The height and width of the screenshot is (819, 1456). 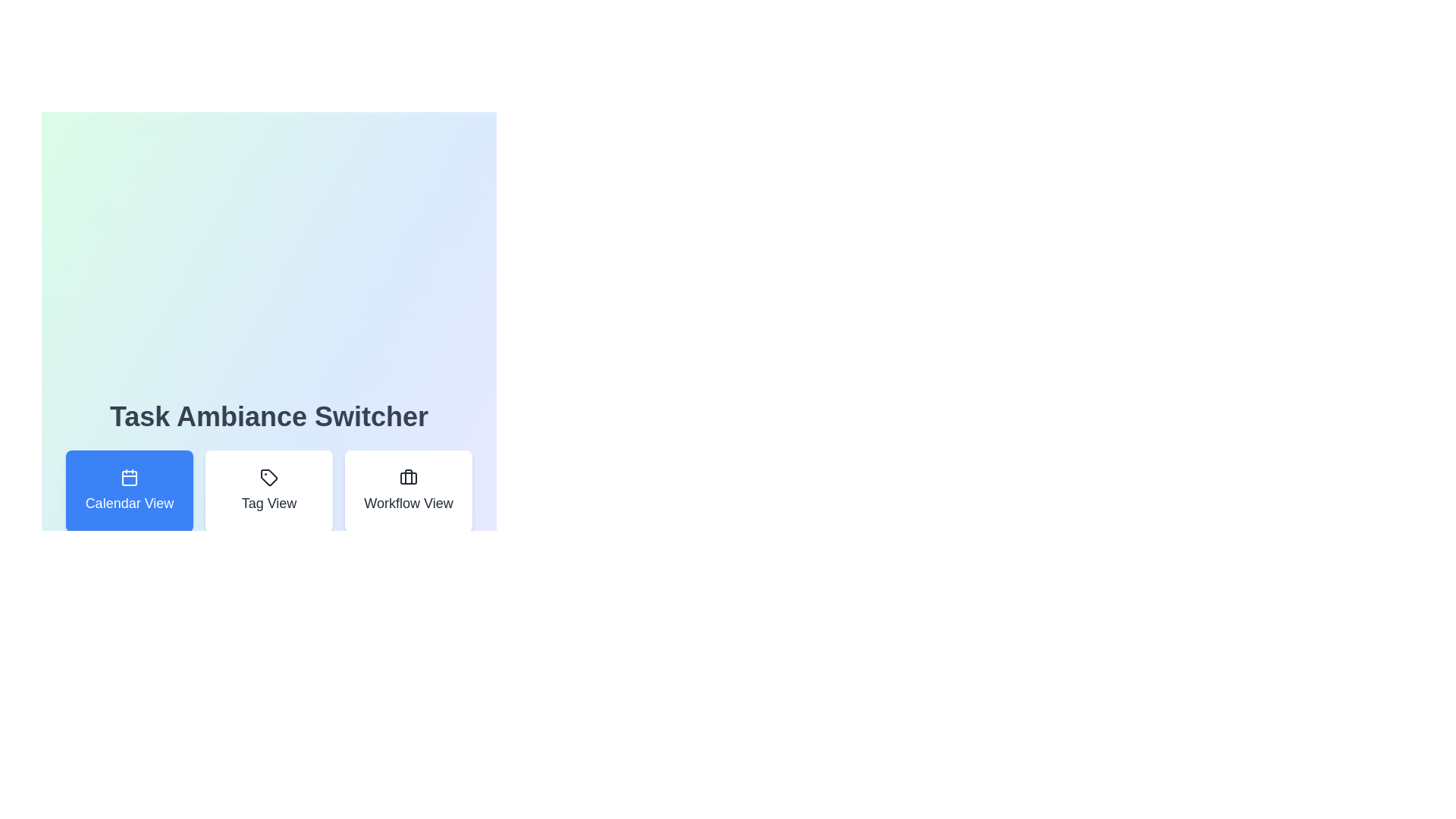 What do you see at coordinates (130, 503) in the screenshot?
I see `the 'Calendar View' text label, which is bold and located below a calendar icon, distinguished by its blue background and white text color` at bounding box center [130, 503].